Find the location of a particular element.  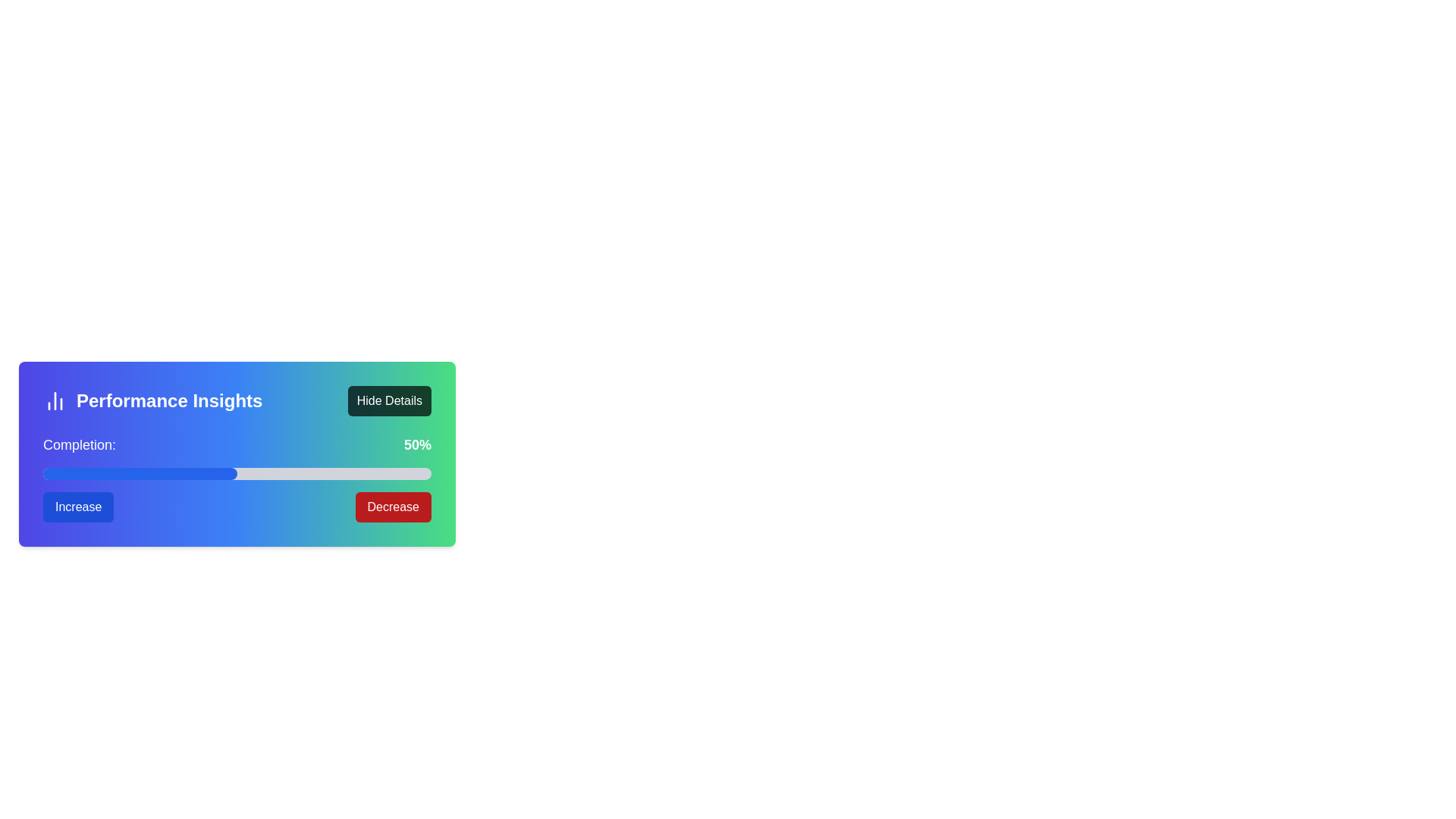

the 'Performance Insights' title in the header is located at coordinates (236, 400).